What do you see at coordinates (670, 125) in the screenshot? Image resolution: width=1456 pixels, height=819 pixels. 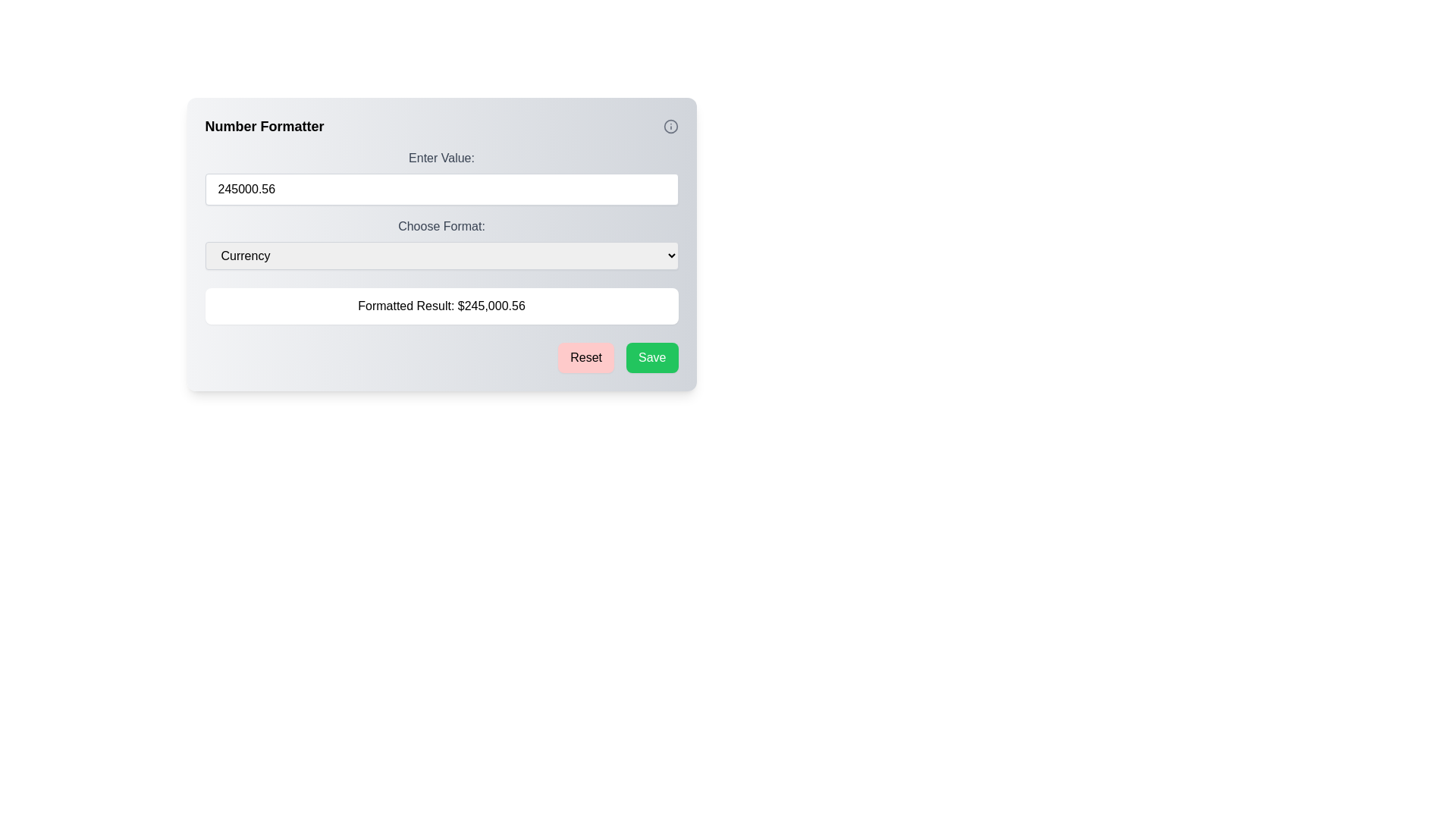 I see `the Information icon located in the top-right corner of the 'Number Formatter' header, adjacent to the text 'Number Formatter'` at bounding box center [670, 125].